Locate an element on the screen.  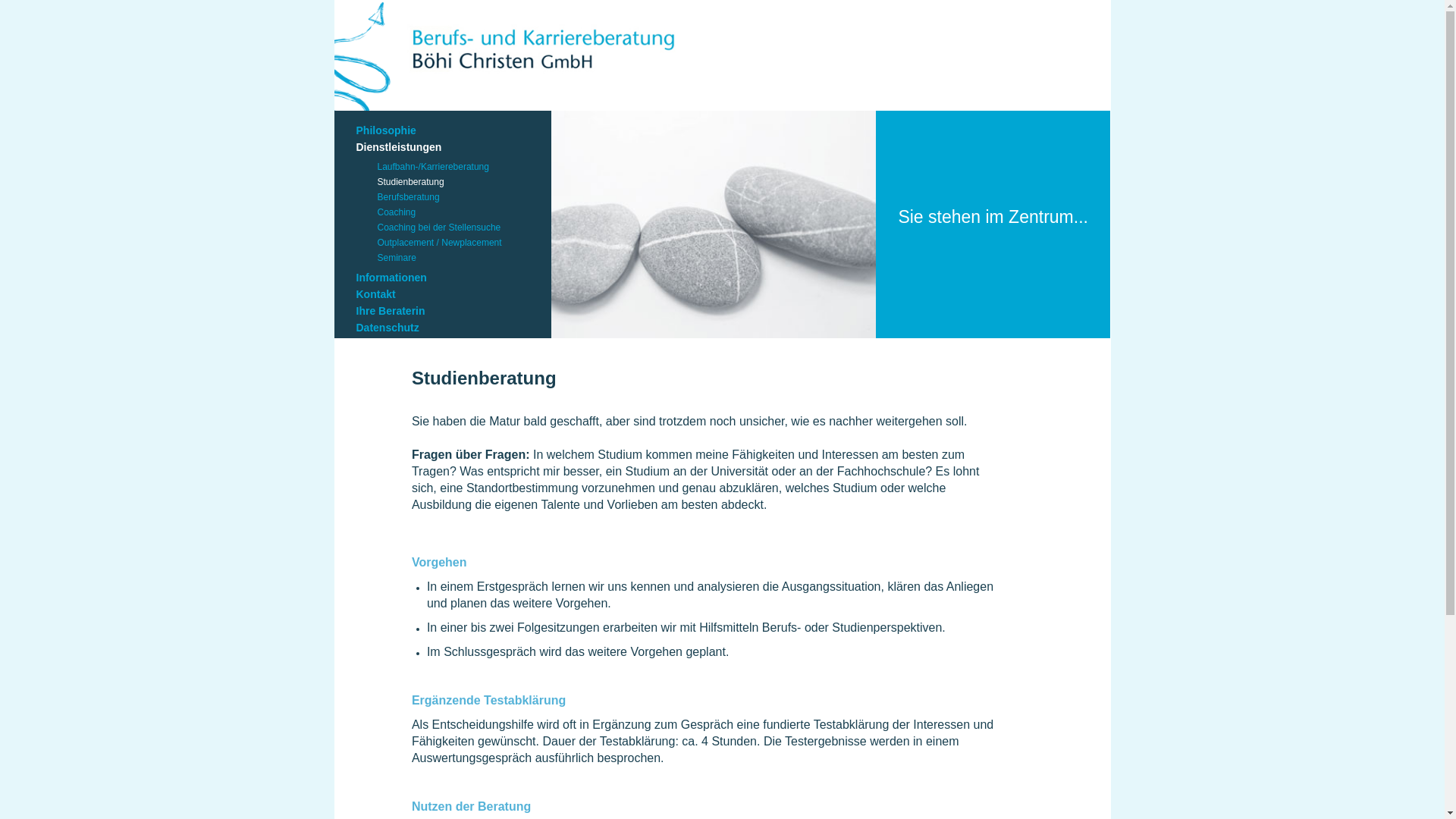
'Seminare' is located at coordinates (454, 256).